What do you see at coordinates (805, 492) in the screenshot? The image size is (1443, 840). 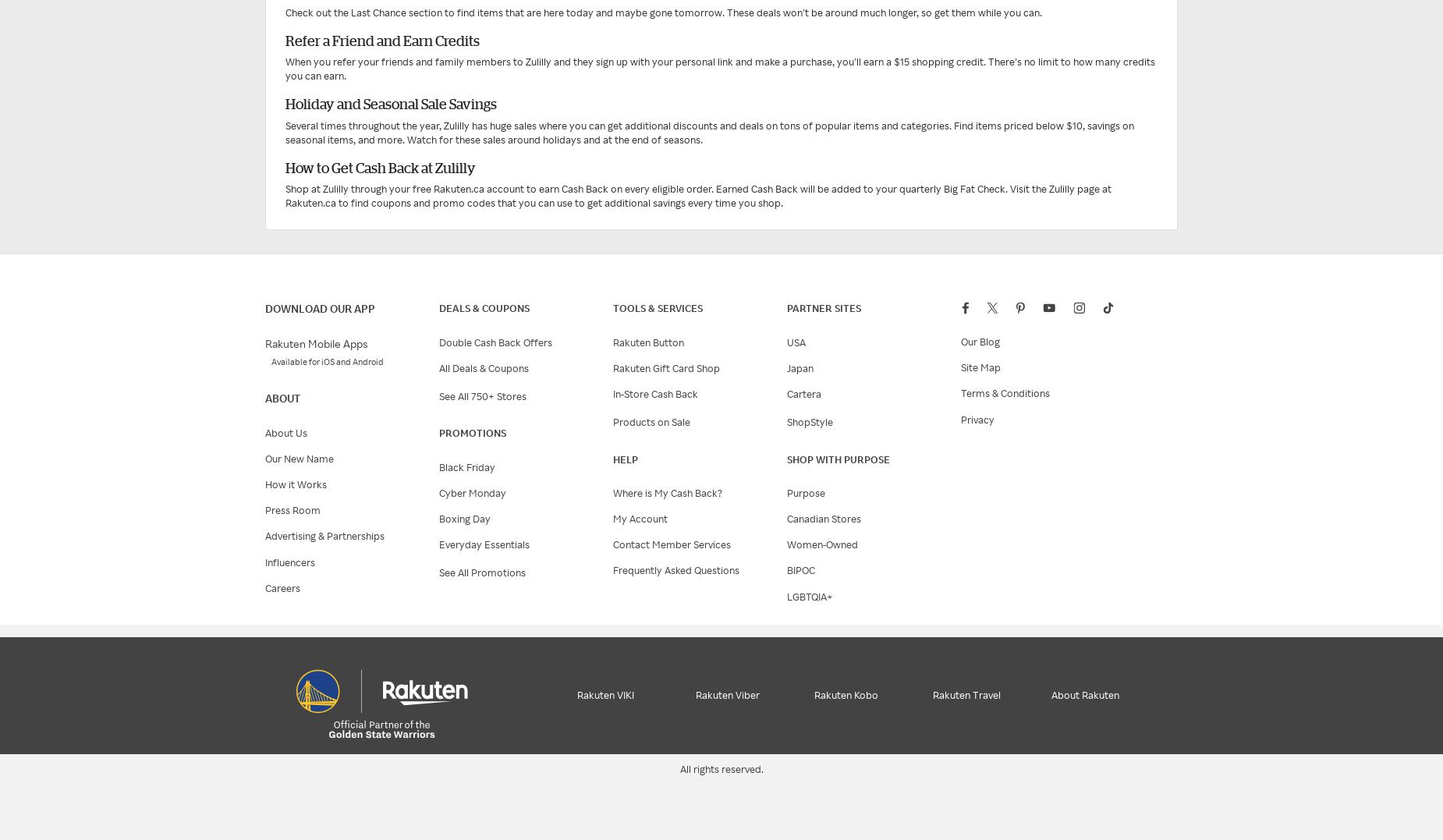 I see `'Purpose'` at bounding box center [805, 492].